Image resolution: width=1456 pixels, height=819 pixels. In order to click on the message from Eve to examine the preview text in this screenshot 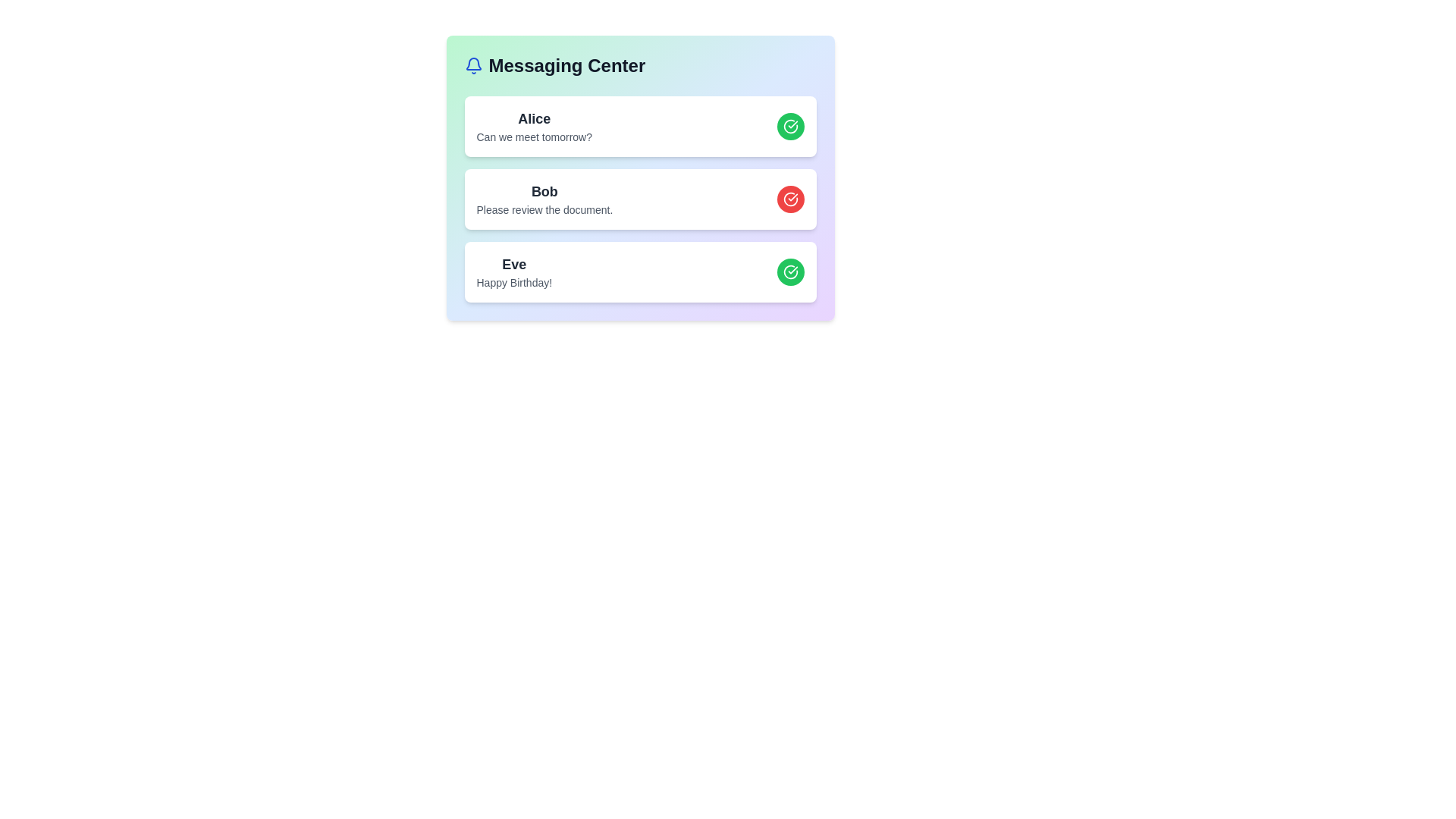, I will do `click(514, 263)`.